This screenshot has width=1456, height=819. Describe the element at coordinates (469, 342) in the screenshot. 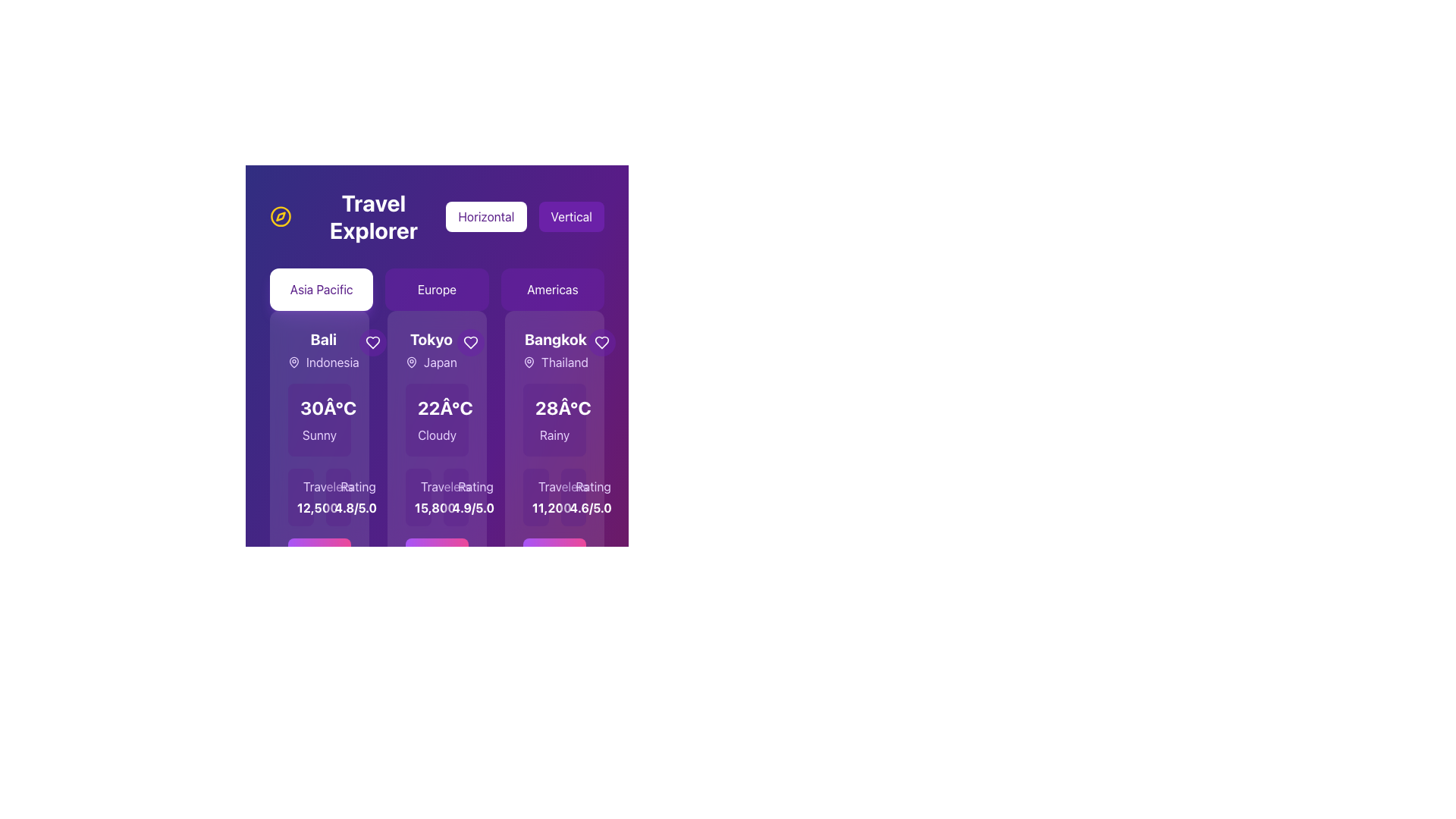

I see `the circular button with a purple background and a white heart icon located above the 'Tokyo' card in the 'Travel Explorer' interface for keyboard interaction` at that location.